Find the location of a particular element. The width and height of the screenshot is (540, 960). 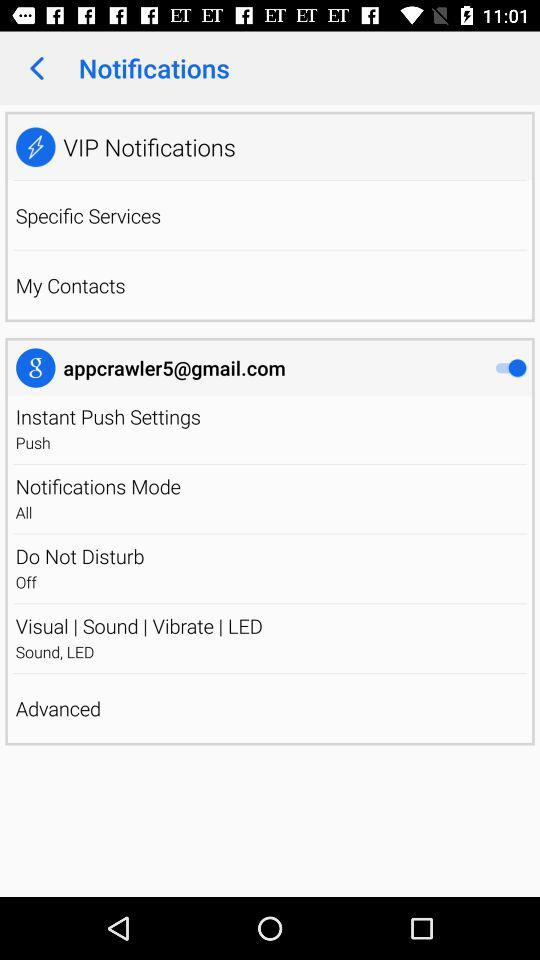

item above the do not disturb app is located at coordinates (270, 533).